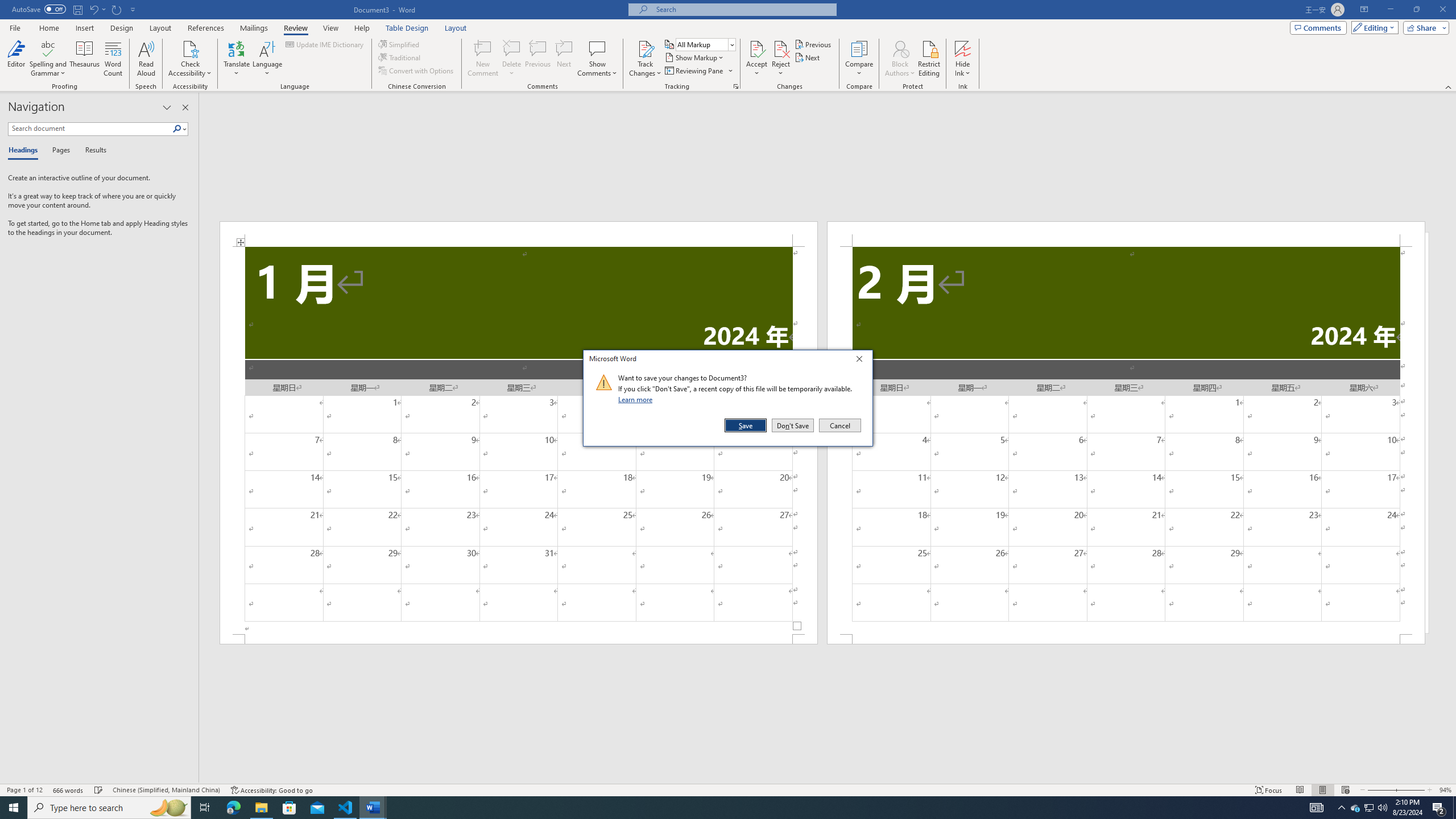 The image size is (1456, 819). I want to click on 'Show Comments', so click(597, 59).